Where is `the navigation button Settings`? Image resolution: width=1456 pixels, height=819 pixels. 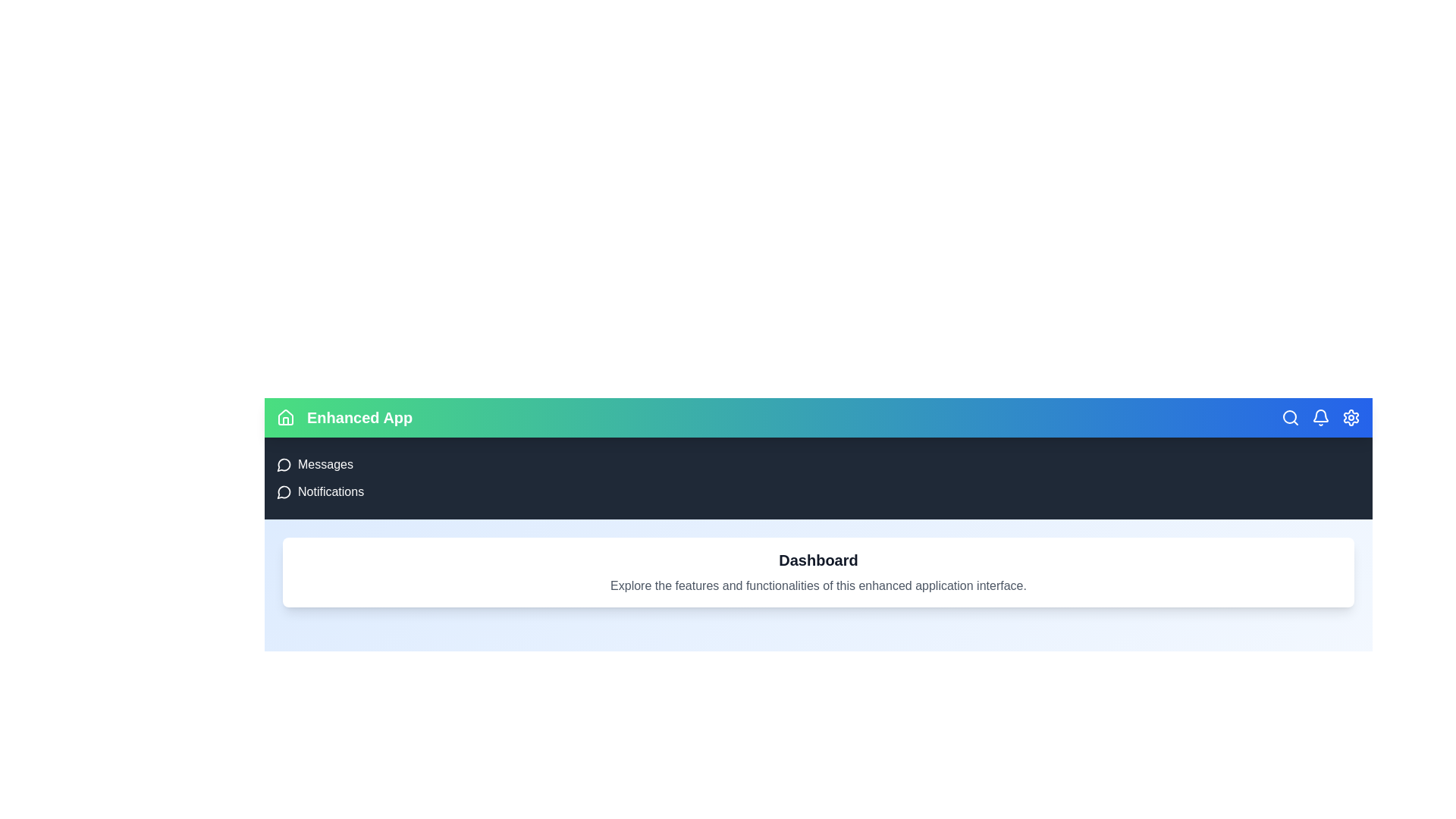 the navigation button Settings is located at coordinates (1351, 418).